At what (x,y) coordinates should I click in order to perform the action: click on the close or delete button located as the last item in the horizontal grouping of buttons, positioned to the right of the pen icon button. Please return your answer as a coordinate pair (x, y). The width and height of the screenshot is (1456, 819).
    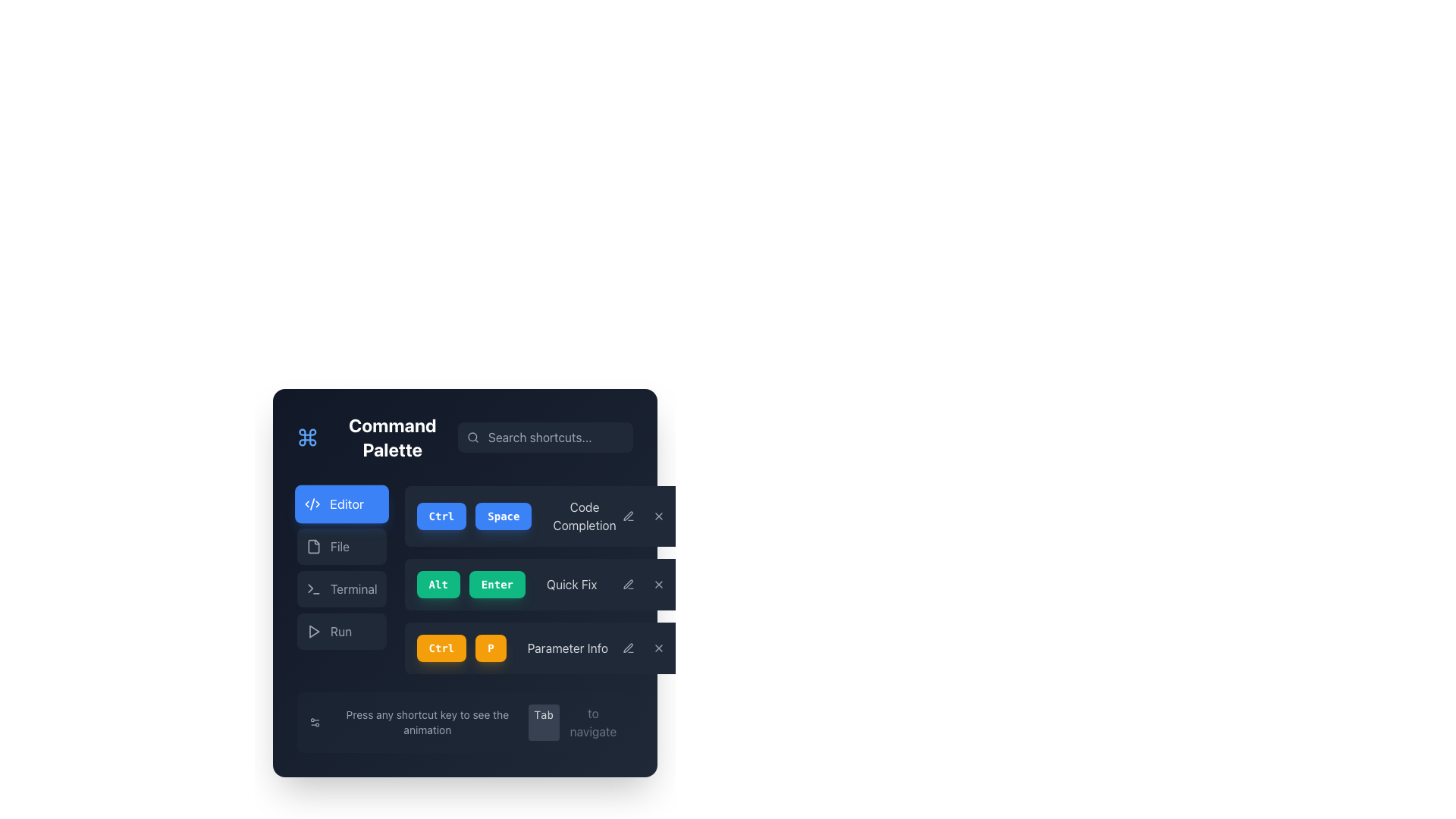
    Looking at the image, I should click on (658, 648).